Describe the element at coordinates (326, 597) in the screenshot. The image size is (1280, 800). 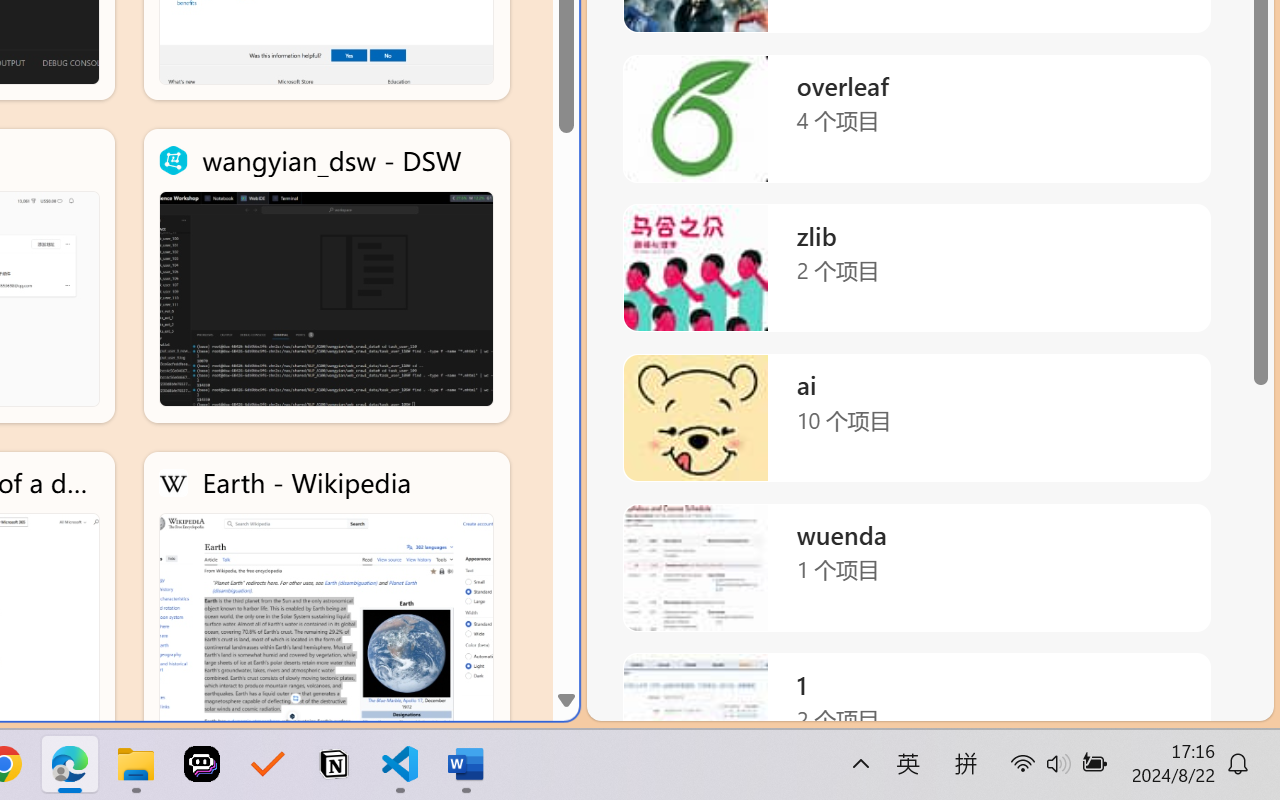
I see `'Earth - Wikipedia'` at that location.